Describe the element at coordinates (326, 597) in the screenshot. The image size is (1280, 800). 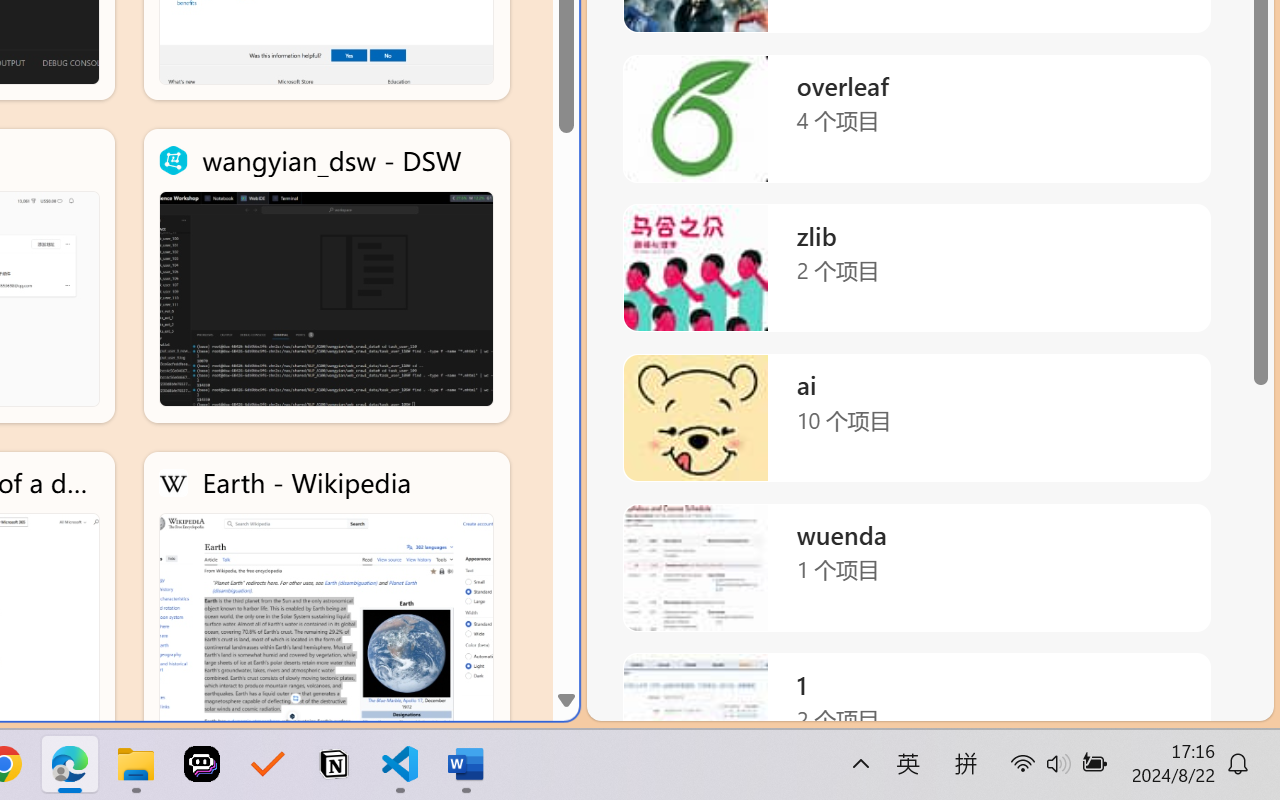
I see `'Earth - Wikipedia'` at that location.